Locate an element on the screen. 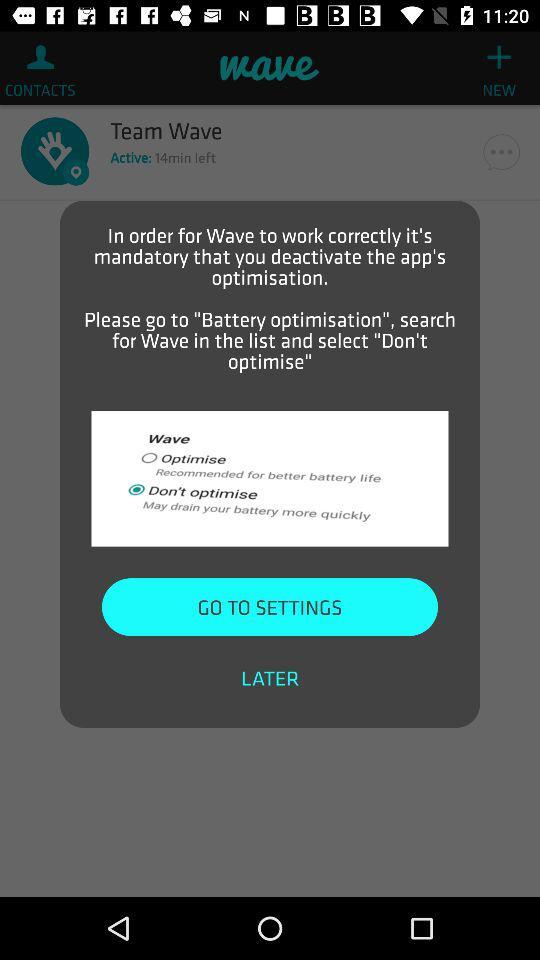  item at the bottom is located at coordinates (270, 678).